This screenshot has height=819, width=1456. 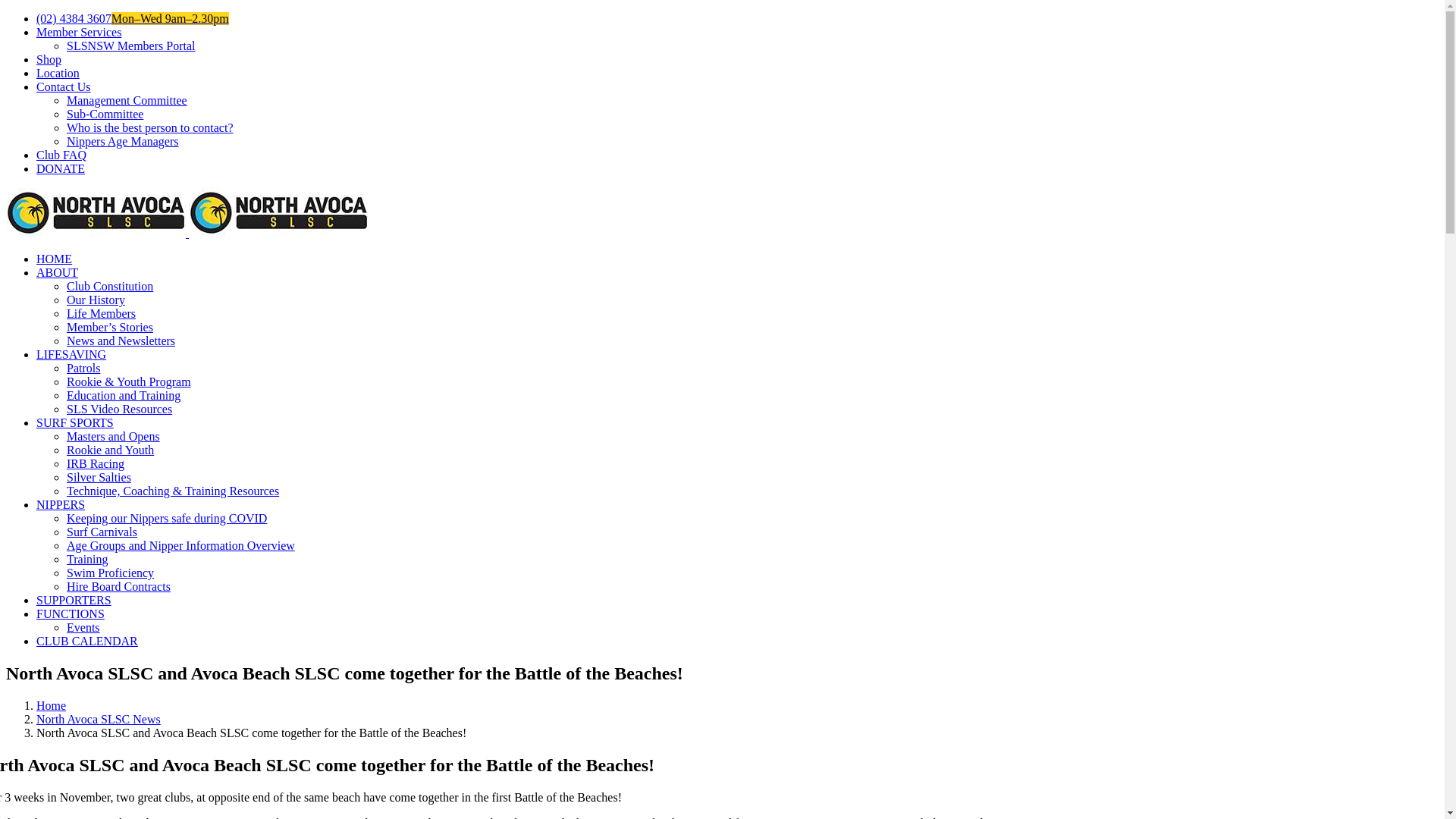 What do you see at coordinates (71, 354) in the screenshot?
I see `'LIFESAVING'` at bounding box center [71, 354].